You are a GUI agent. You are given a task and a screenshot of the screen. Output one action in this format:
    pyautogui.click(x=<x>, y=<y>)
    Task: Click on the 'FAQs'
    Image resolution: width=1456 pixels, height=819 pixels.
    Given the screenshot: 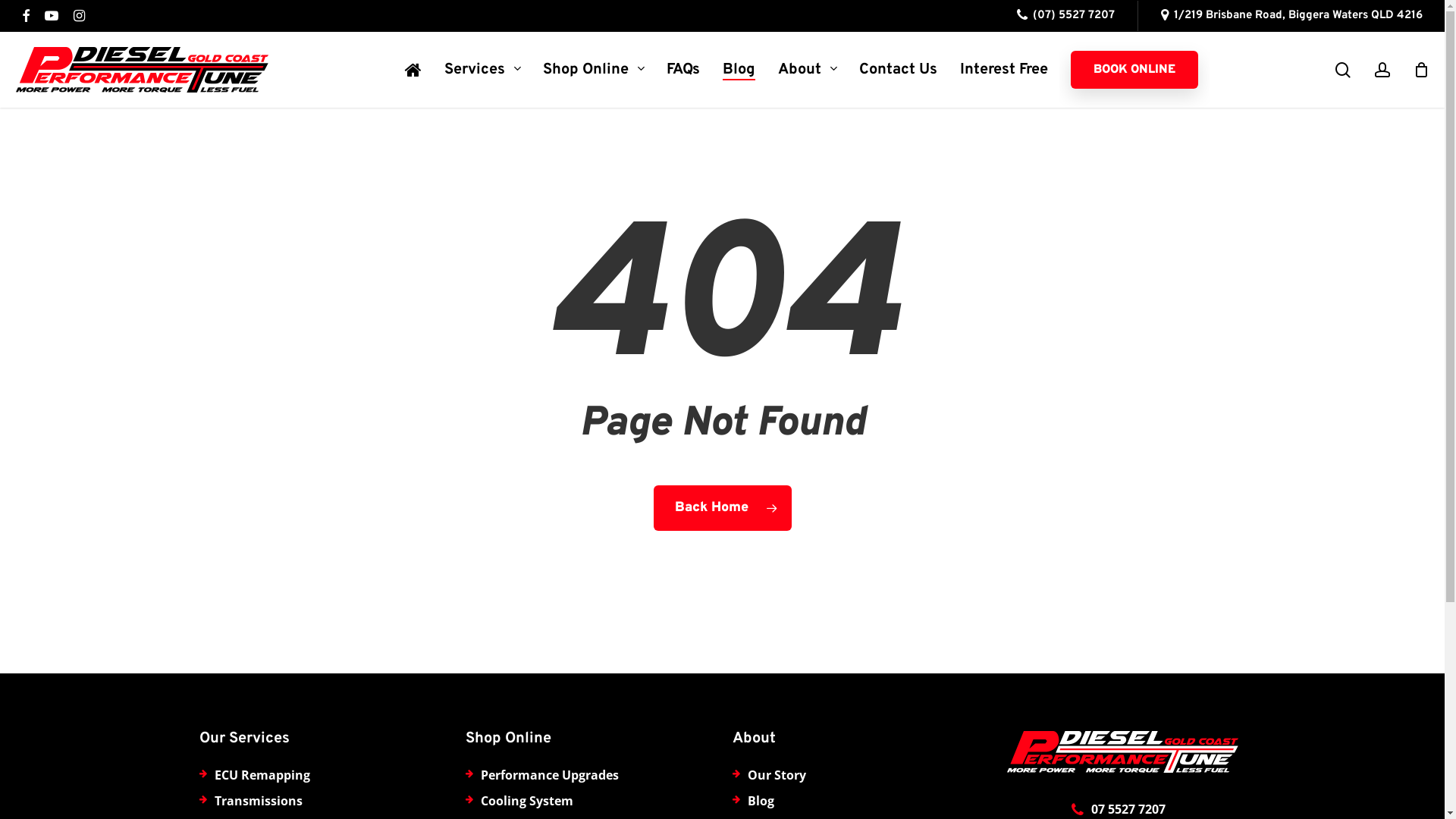 What is the action you would take?
    pyautogui.click(x=682, y=70)
    